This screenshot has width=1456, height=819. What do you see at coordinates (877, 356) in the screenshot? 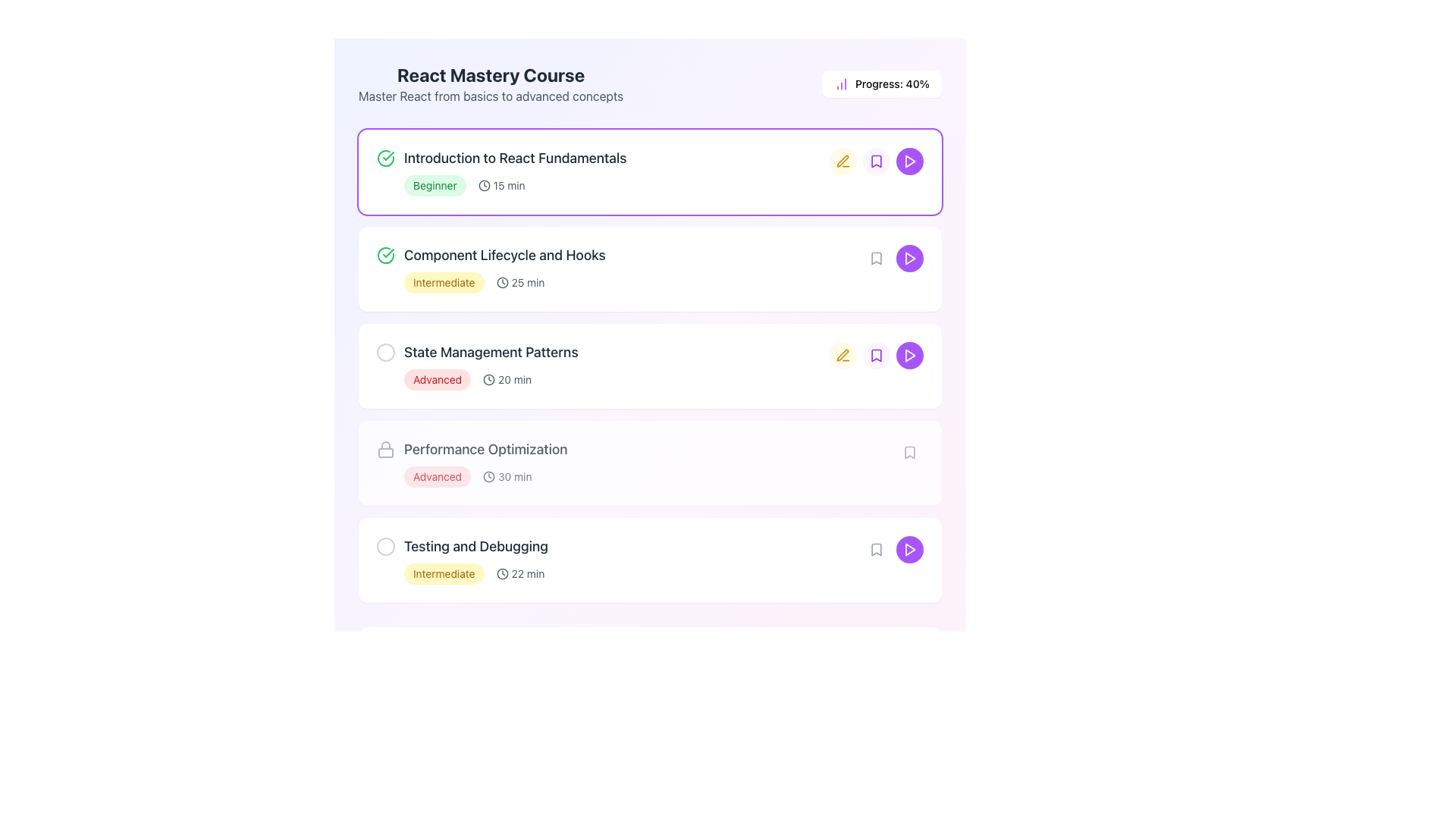
I see `the bookmark icon located to the right of the course title and description in the third entry of the vertical list` at bounding box center [877, 356].